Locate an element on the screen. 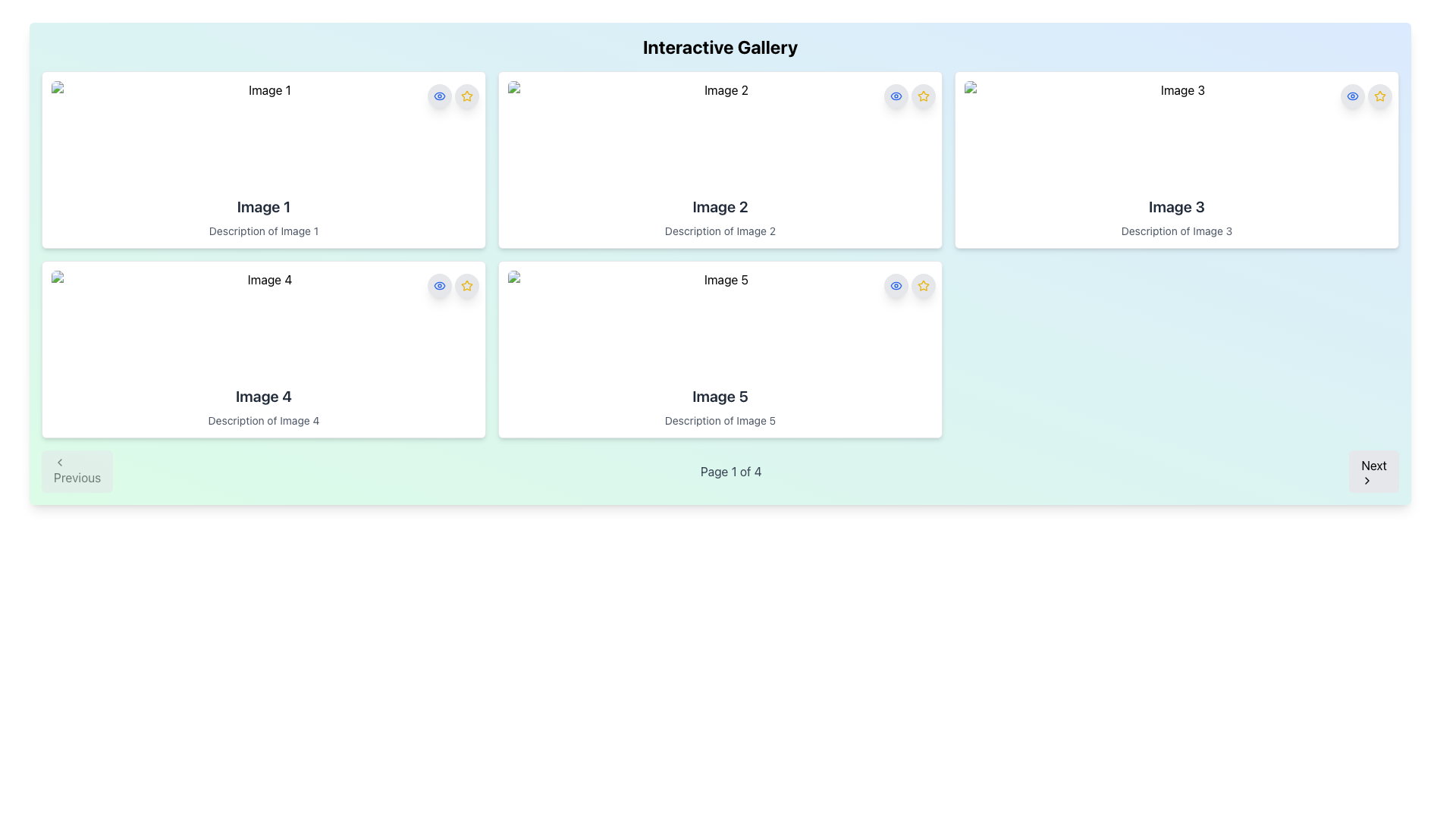  text from the title or heading Text Label located in the central card of the top row in the gallery layout, positioned below the image is located at coordinates (720, 207).